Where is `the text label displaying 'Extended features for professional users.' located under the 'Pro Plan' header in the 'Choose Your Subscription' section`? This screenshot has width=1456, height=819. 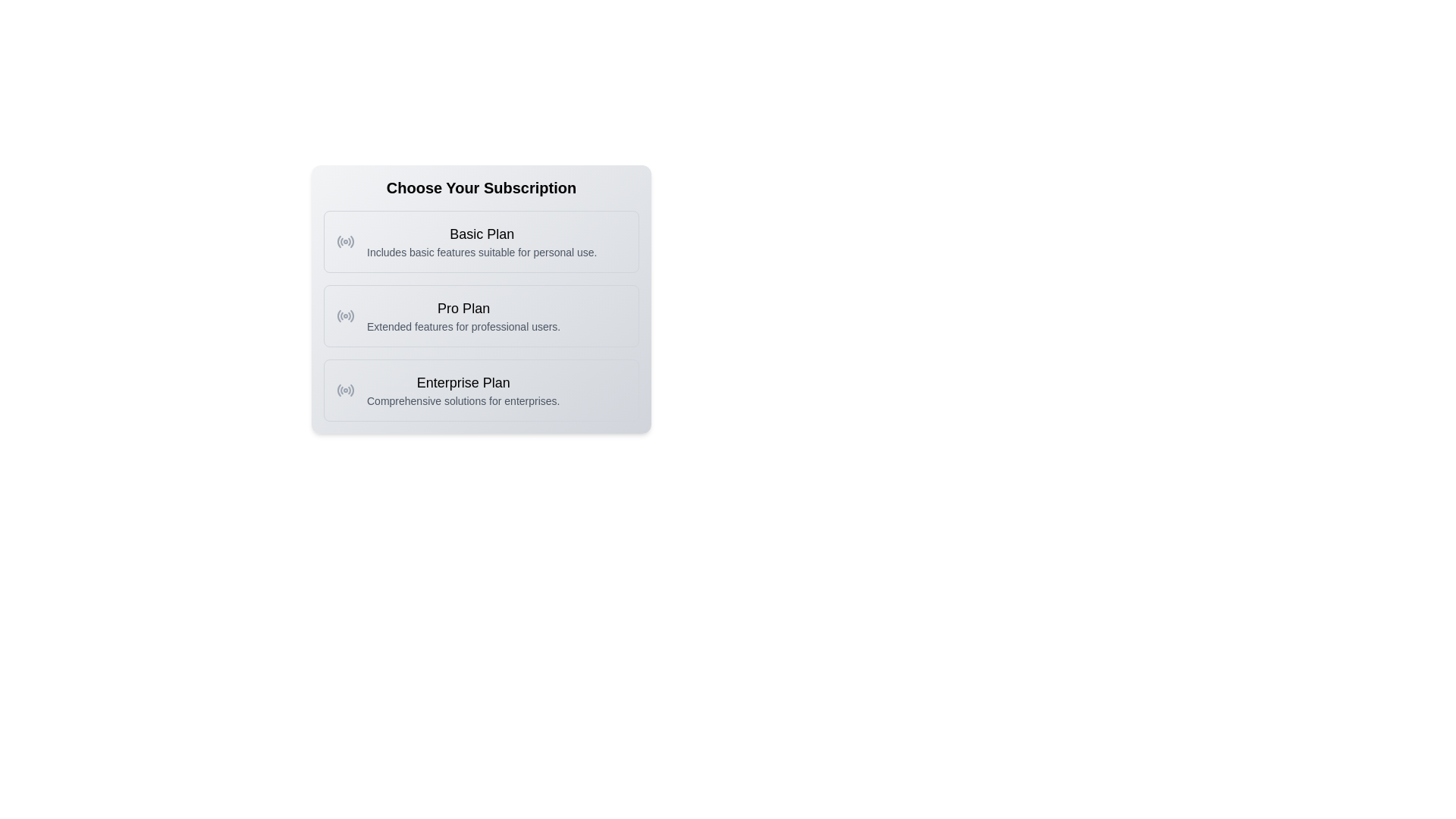
the text label displaying 'Extended features for professional users.' located under the 'Pro Plan' header in the 'Choose Your Subscription' section is located at coordinates (463, 326).